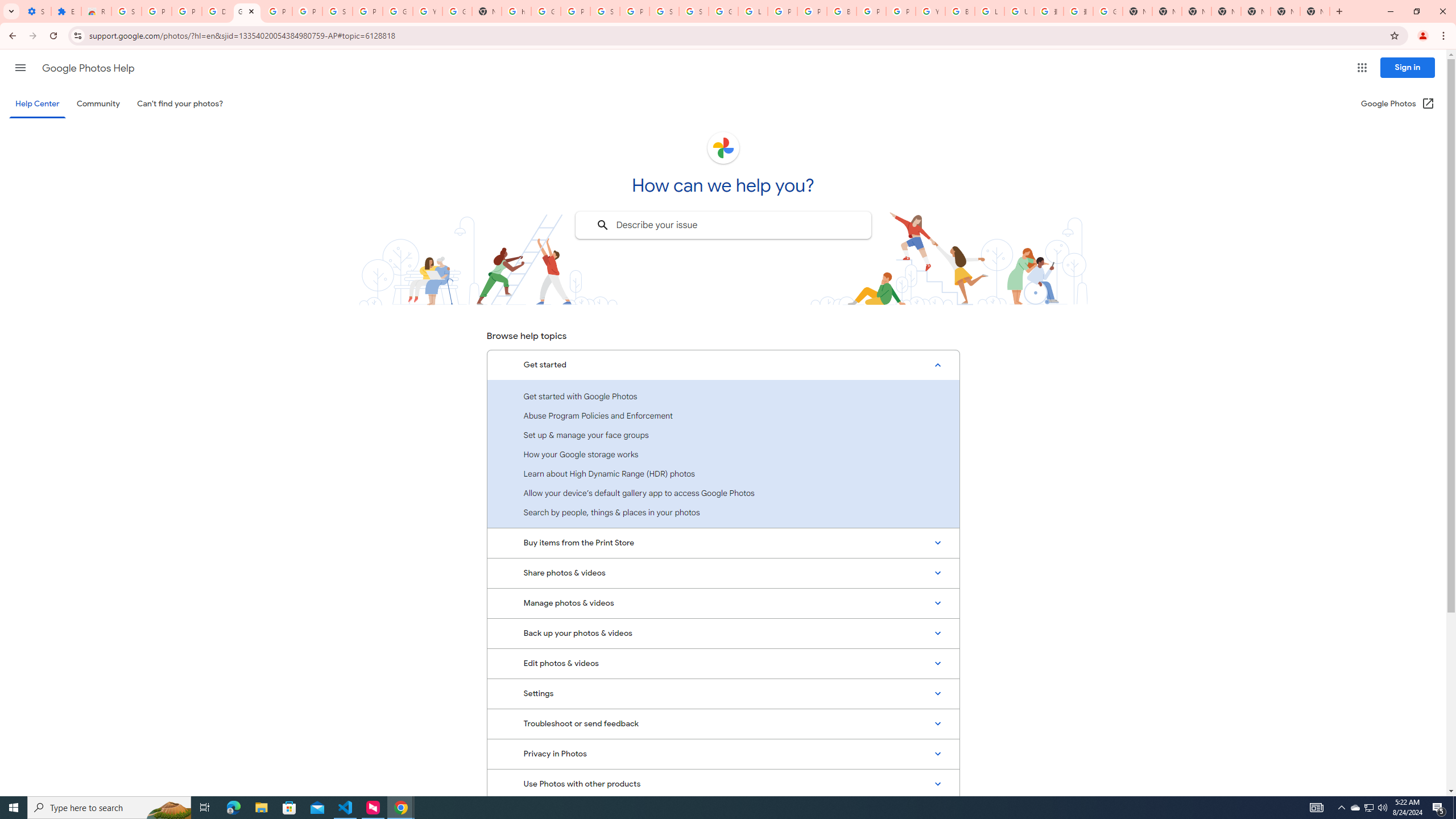 This screenshot has width=1456, height=819. Describe the element at coordinates (515, 11) in the screenshot. I see `'https://scholar.google.com/'` at that location.